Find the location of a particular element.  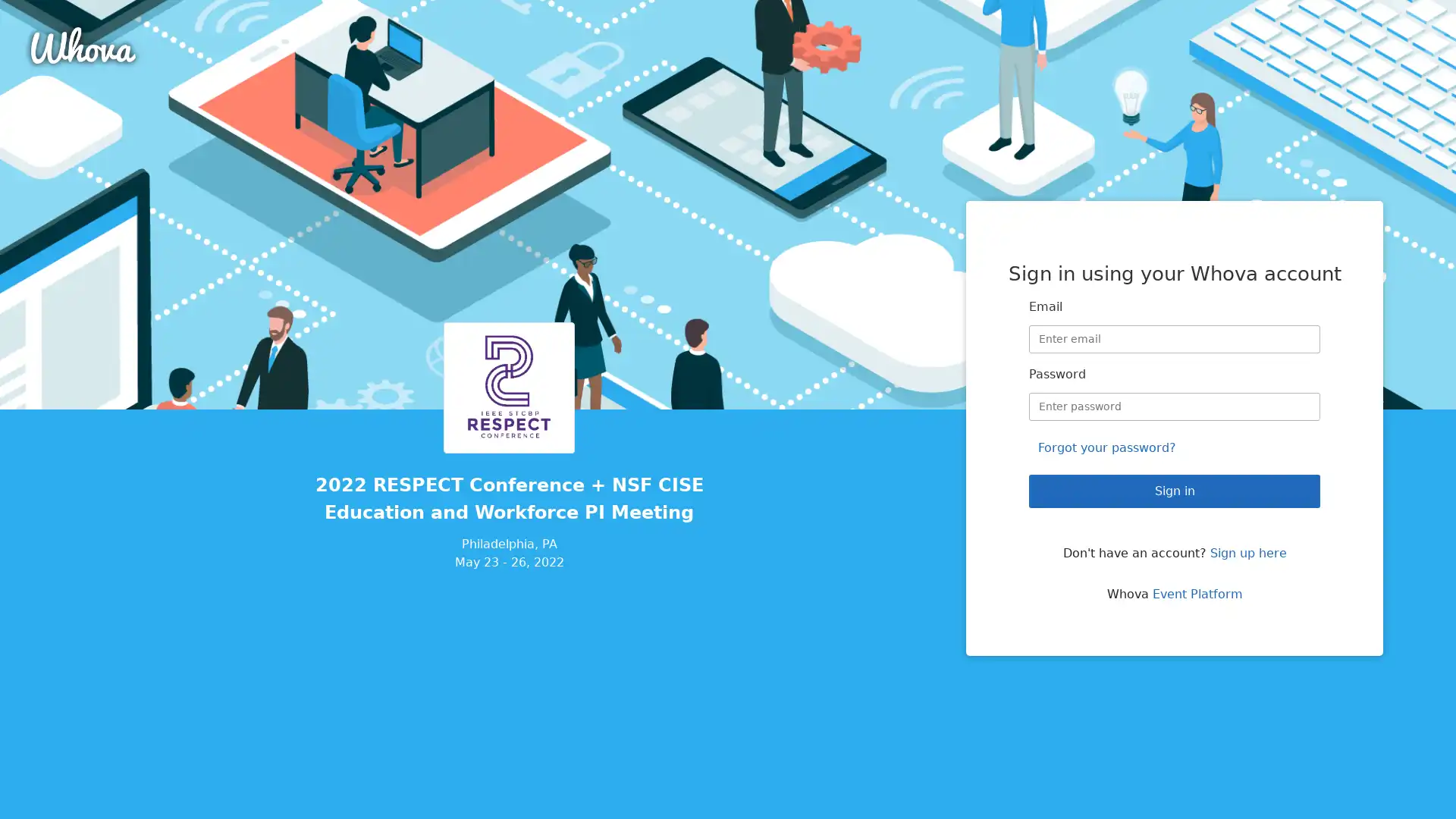

Sign in is located at coordinates (1174, 491).